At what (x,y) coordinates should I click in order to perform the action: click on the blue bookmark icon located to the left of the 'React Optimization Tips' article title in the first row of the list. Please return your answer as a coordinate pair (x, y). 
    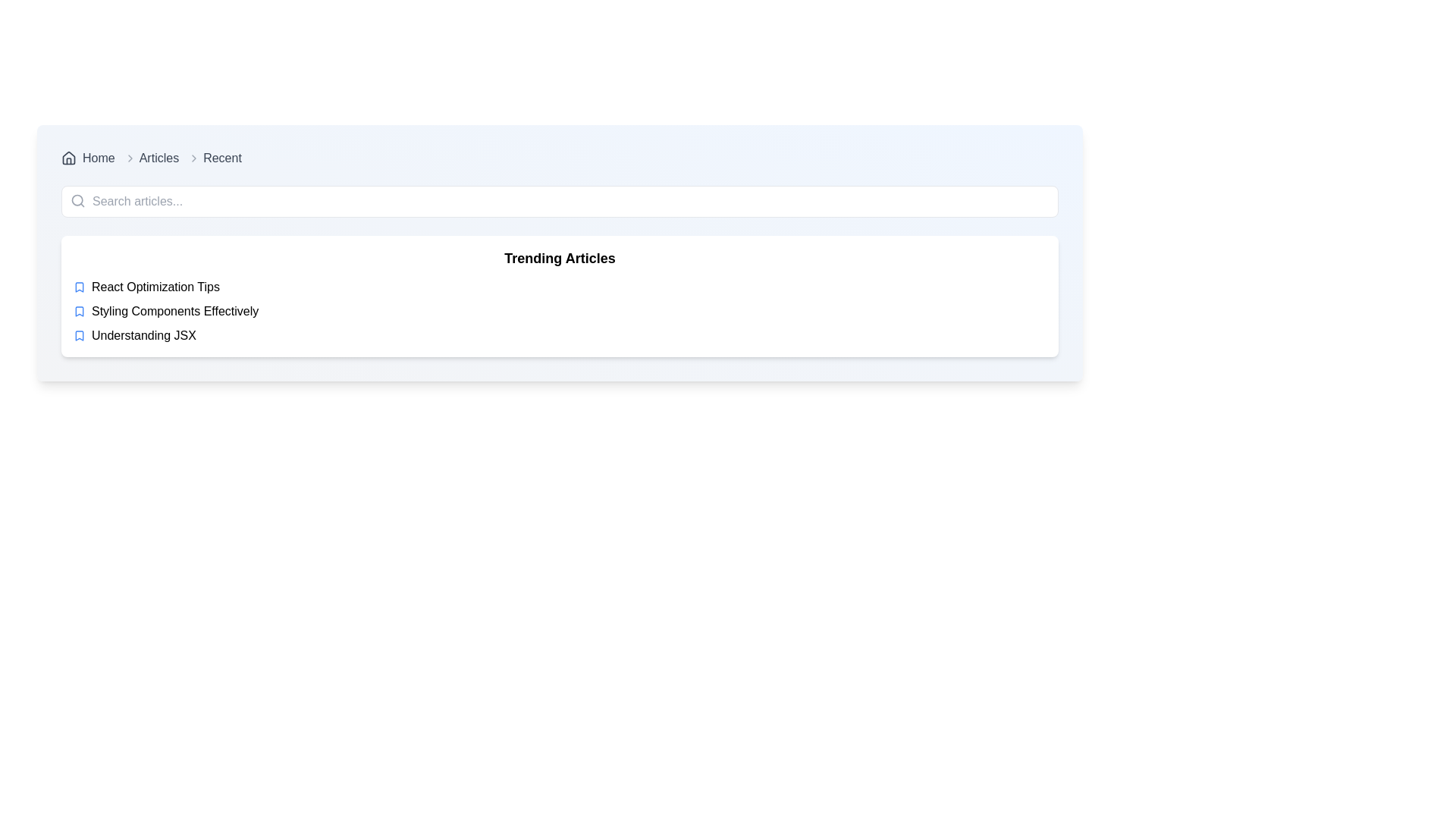
    Looking at the image, I should click on (79, 287).